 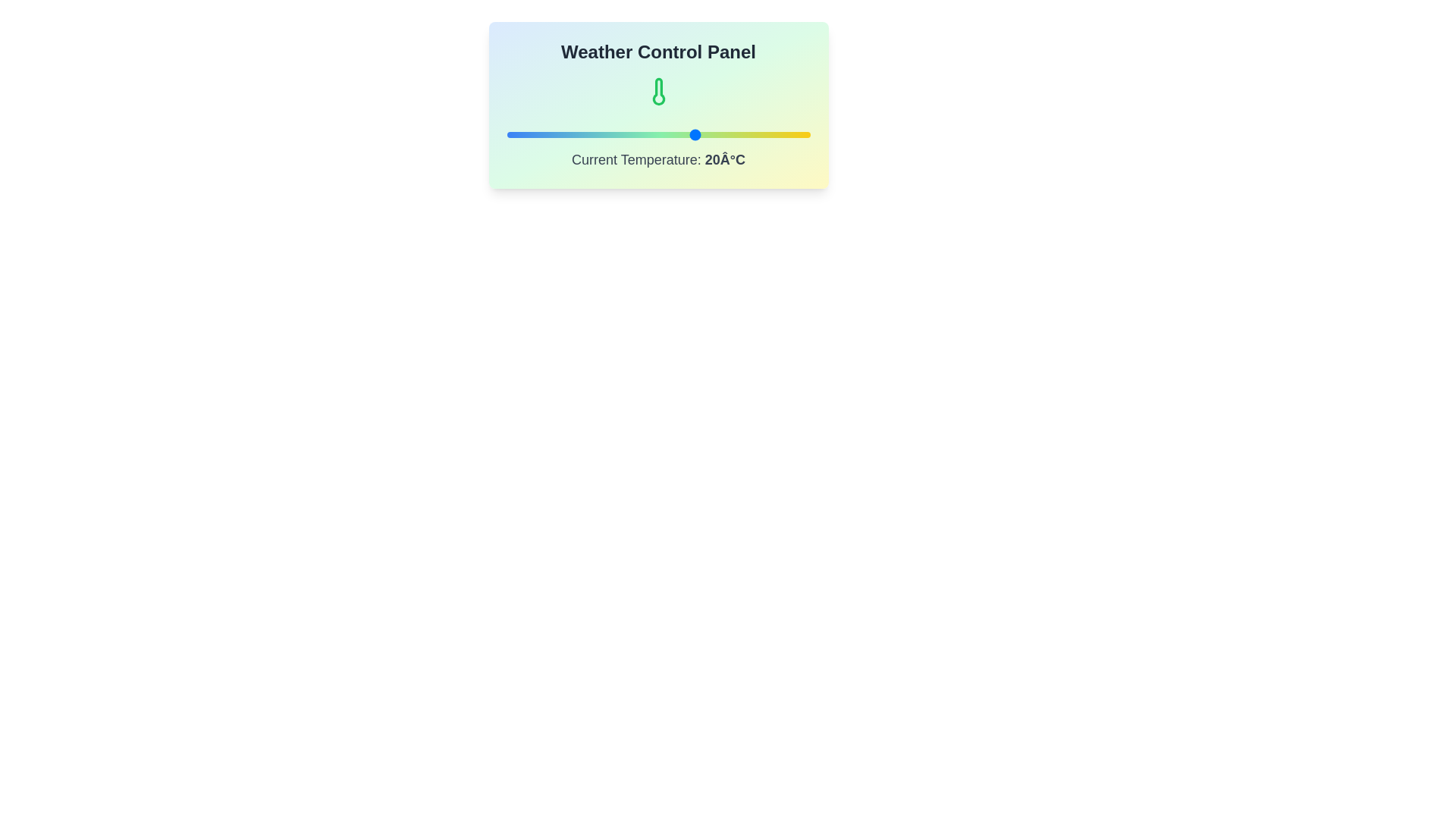 What do you see at coordinates (790, 133) in the screenshot?
I see `the temperature slider to 45°C to observe the icon change` at bounding box center [790, 133].